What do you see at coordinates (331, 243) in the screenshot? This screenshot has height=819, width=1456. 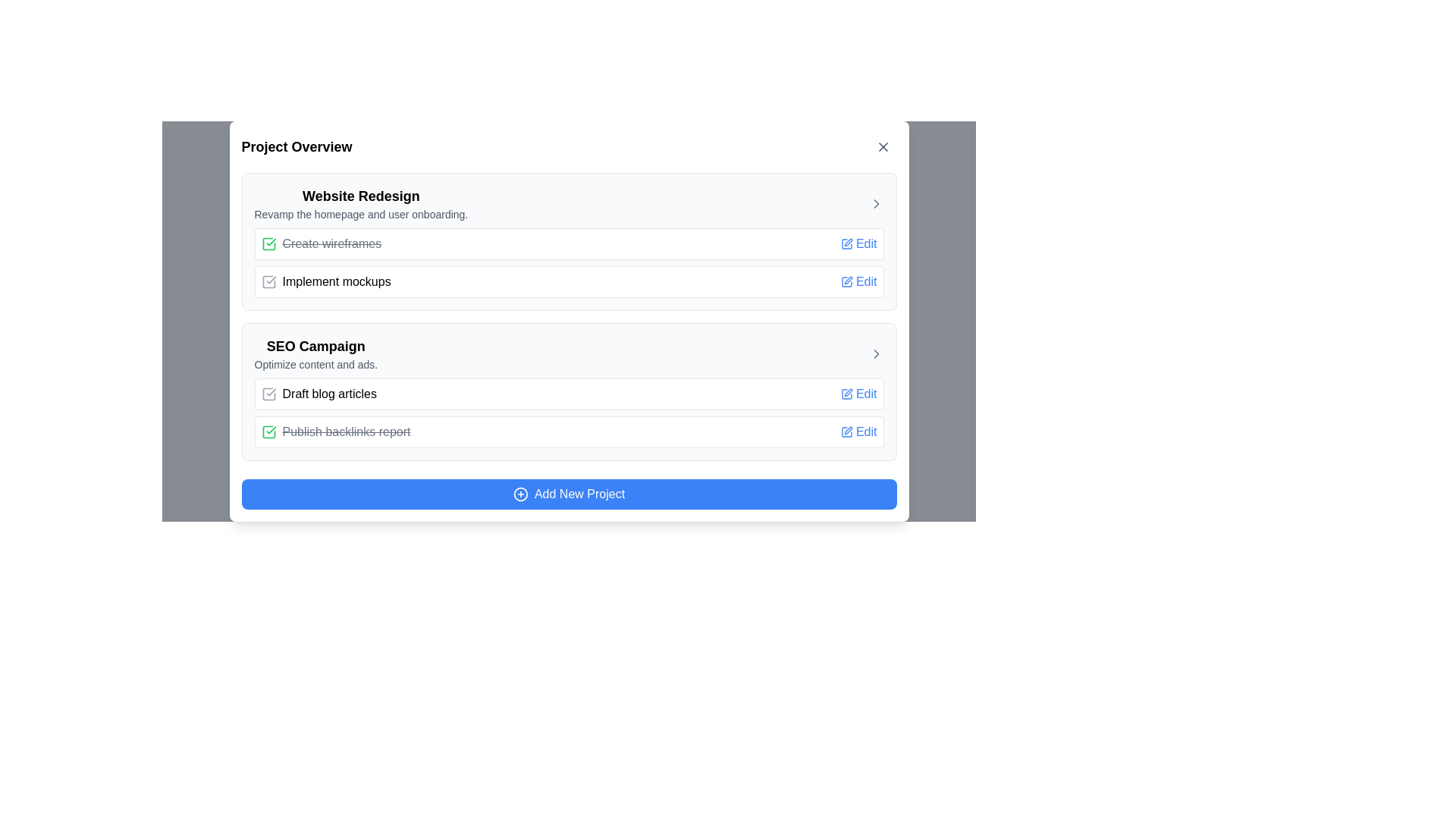 I see `the text label 'Create wireframes' which indicates a completed task in the 'Website Redesign' section` at bounding box center [331, 243].